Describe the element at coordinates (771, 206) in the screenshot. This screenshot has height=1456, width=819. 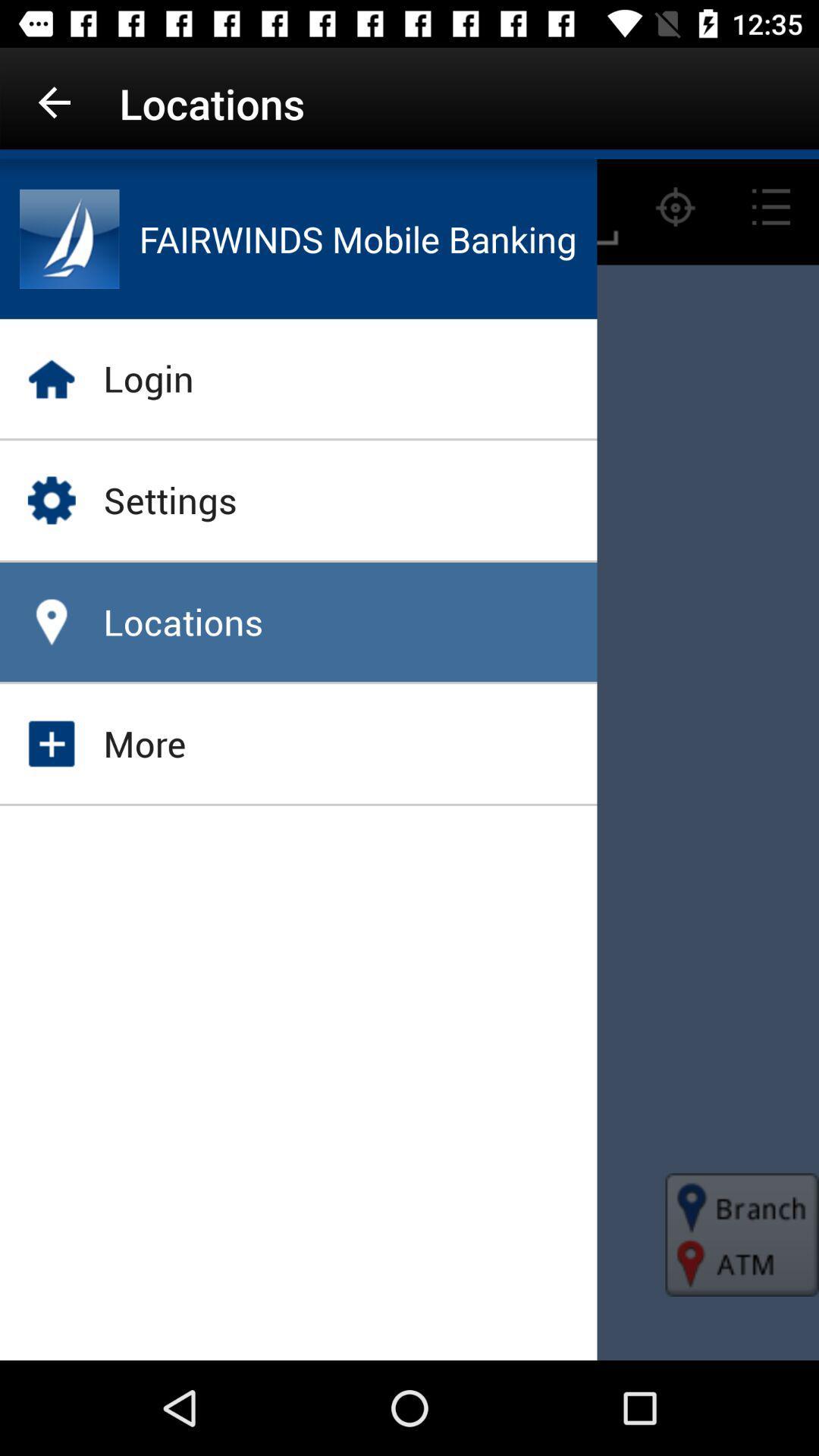
I see `the list icon` at that location.